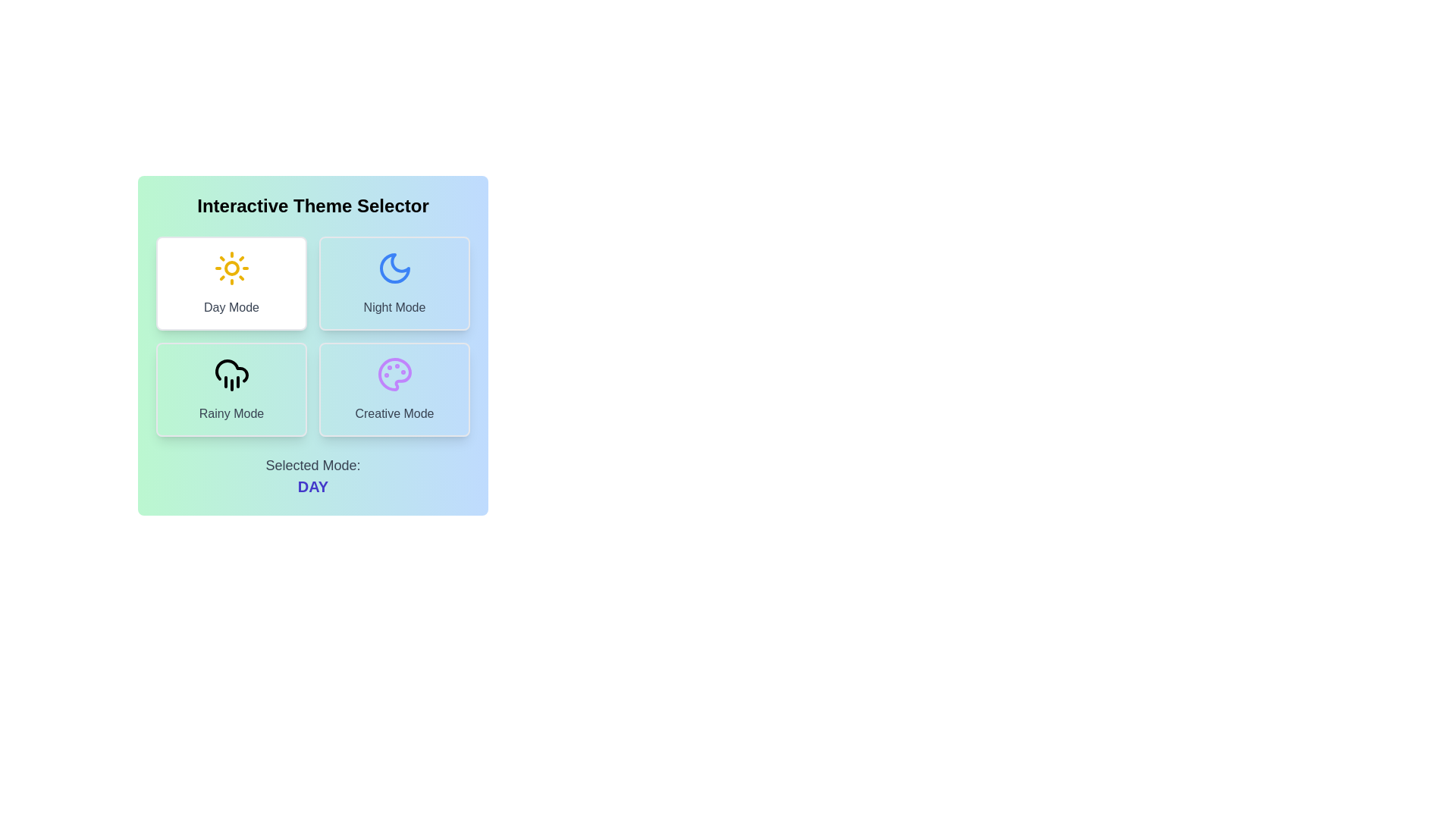 The width and height of the screenshot is (1456, 819). Describe the element at coordinates (231, 284) in the screenshot. I see `the Day Mode button to observe its hover effect` at that location.